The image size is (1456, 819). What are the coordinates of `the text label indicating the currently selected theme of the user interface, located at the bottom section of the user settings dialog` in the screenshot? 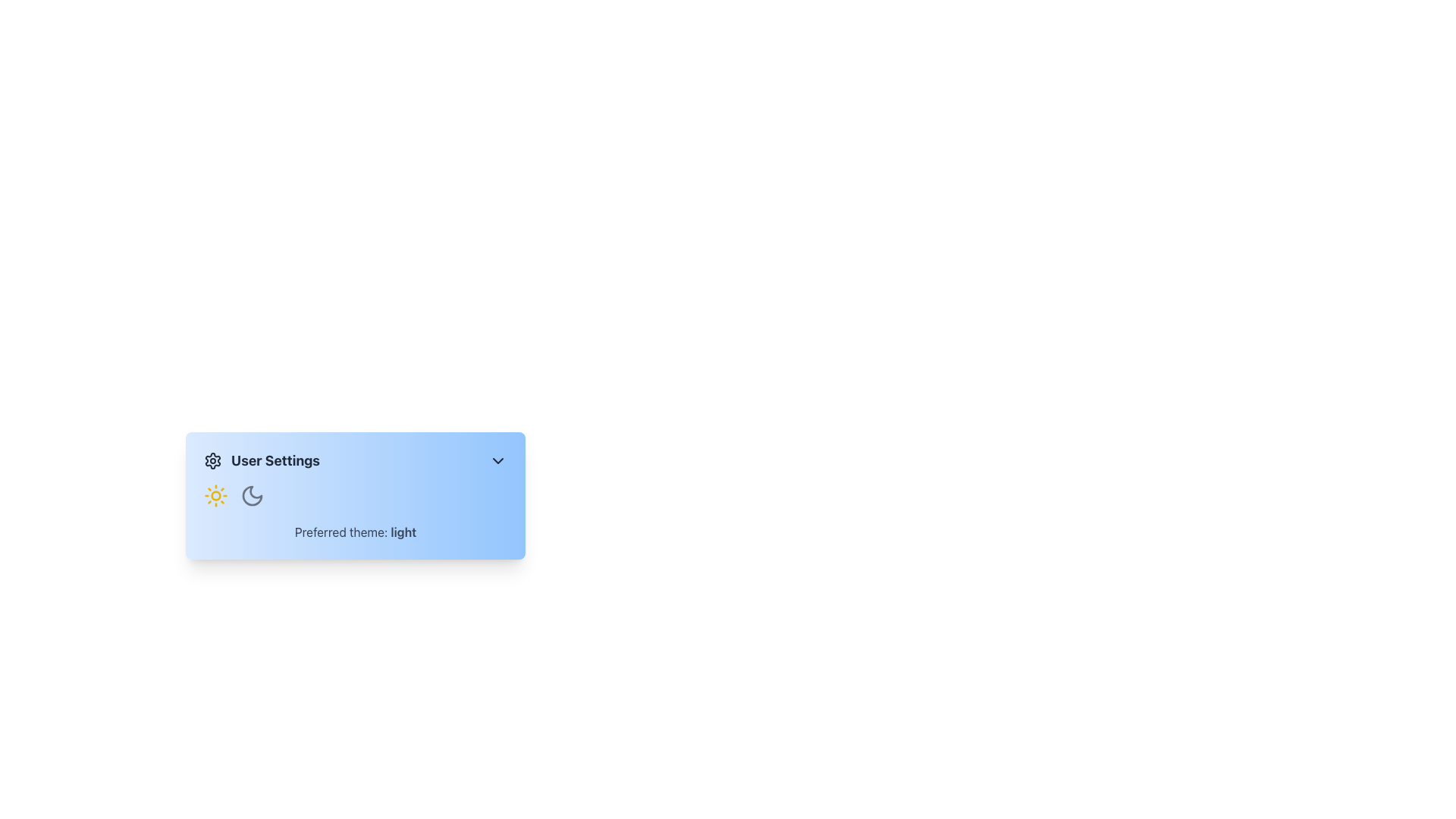 It's located at (355, 532).